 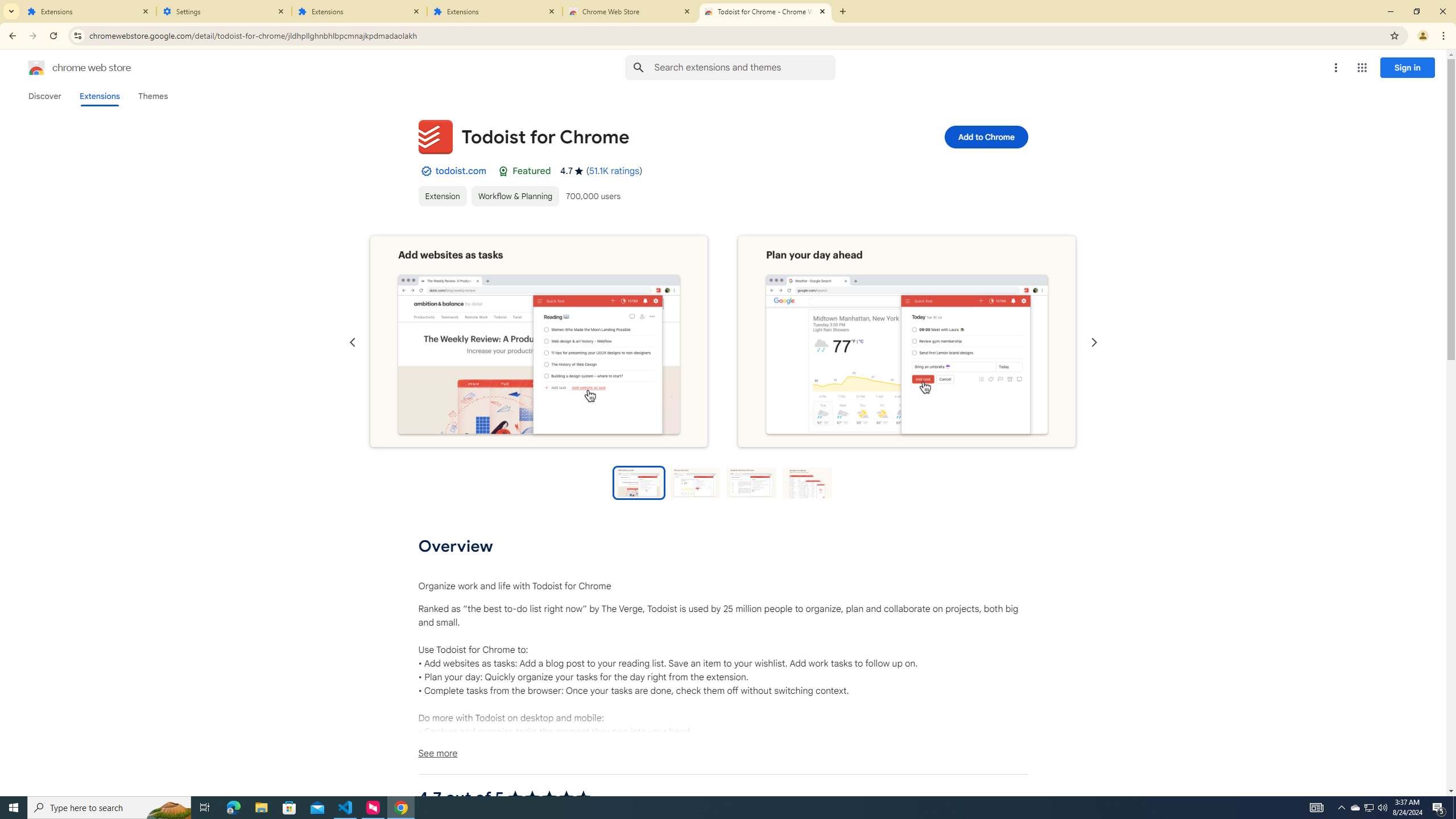 I want to click on 'Chrome Web Store logo chrome web store', so click(x=67, y=67).